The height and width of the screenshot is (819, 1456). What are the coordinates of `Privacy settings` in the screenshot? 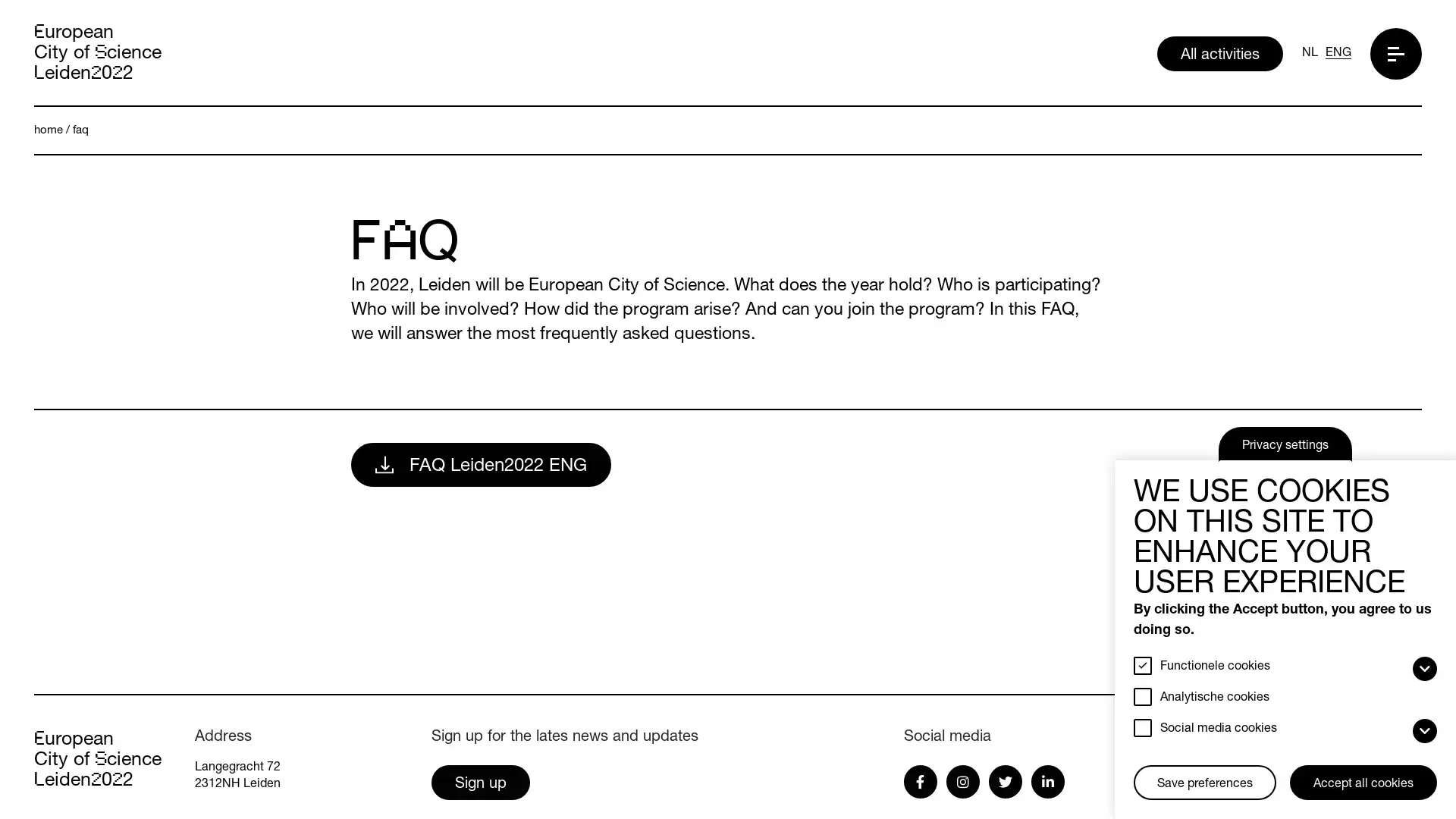 It's located at (1284, 444).